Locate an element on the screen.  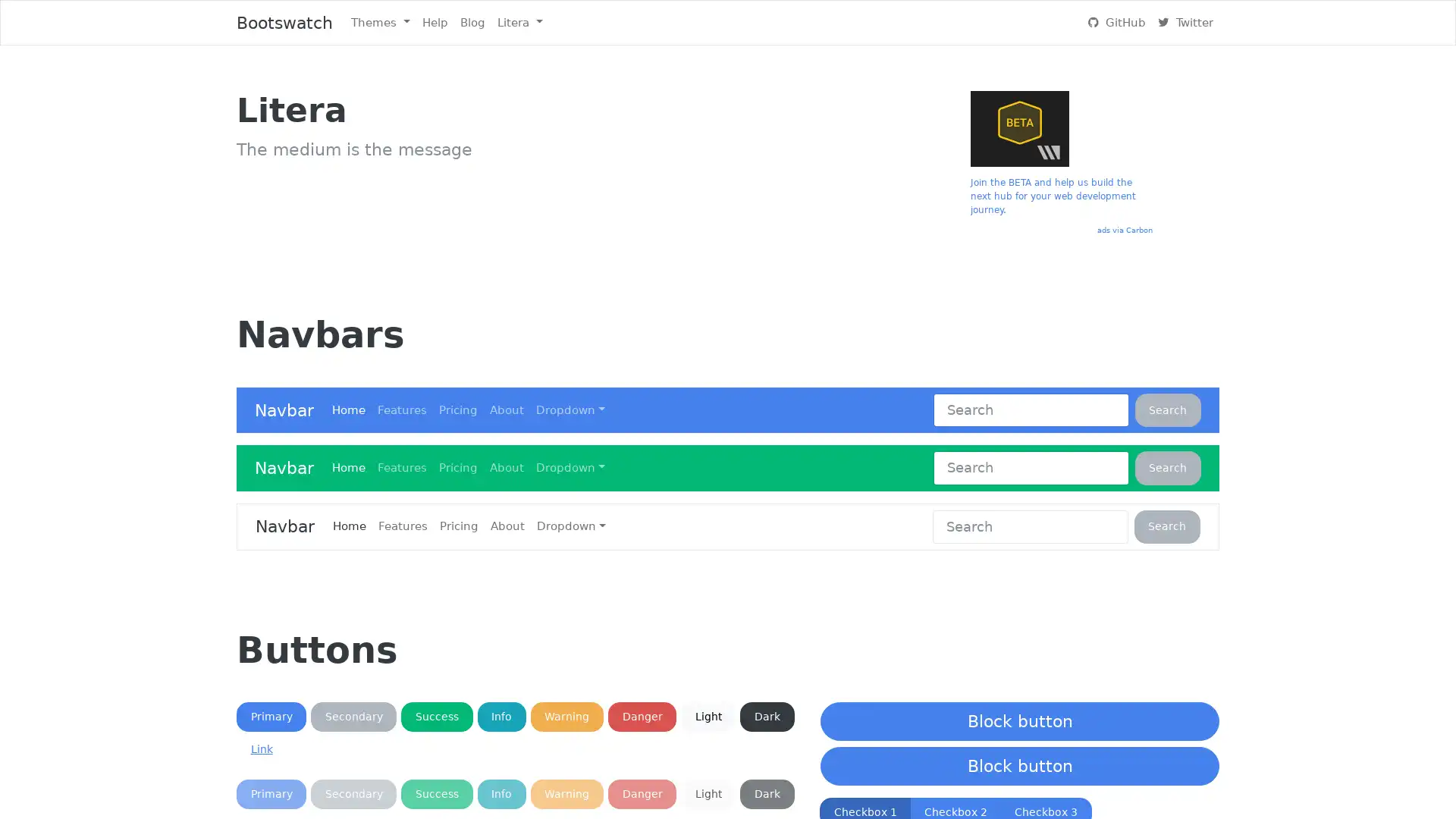
Block button is located at coordinates (1019, 766).